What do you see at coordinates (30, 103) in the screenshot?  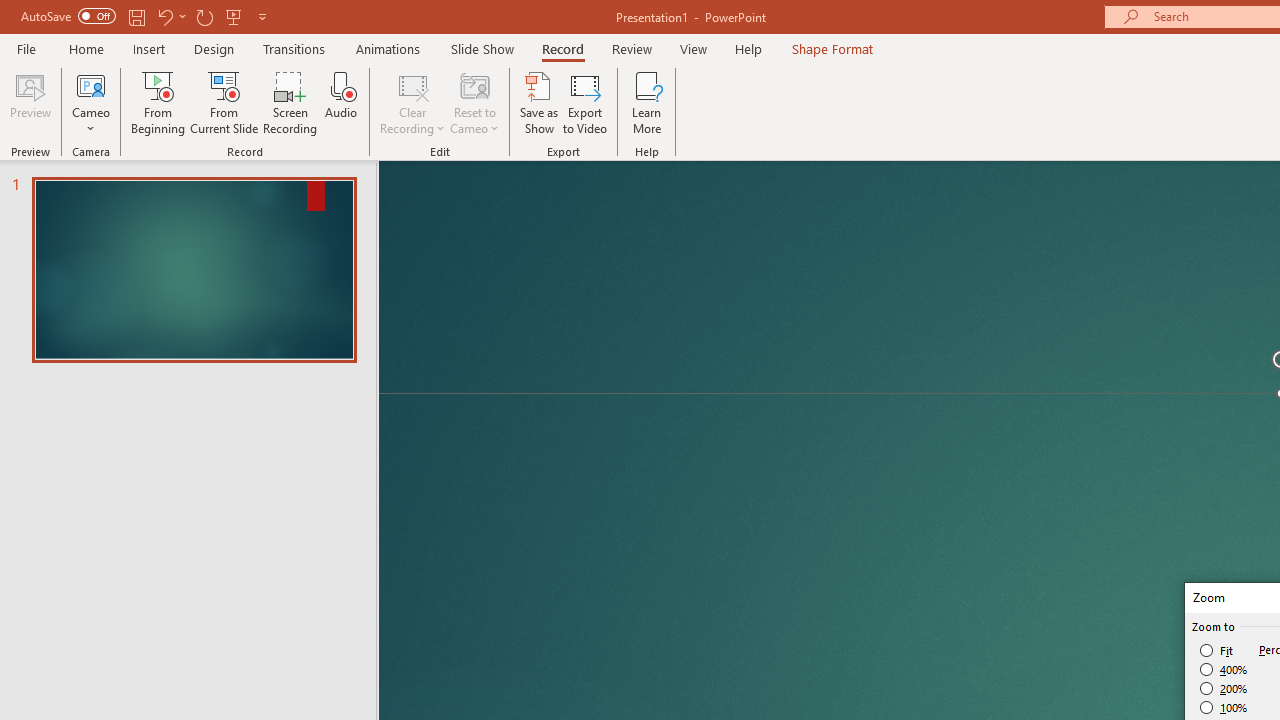 I see `'Preview'` at bounding box center [30, 103].